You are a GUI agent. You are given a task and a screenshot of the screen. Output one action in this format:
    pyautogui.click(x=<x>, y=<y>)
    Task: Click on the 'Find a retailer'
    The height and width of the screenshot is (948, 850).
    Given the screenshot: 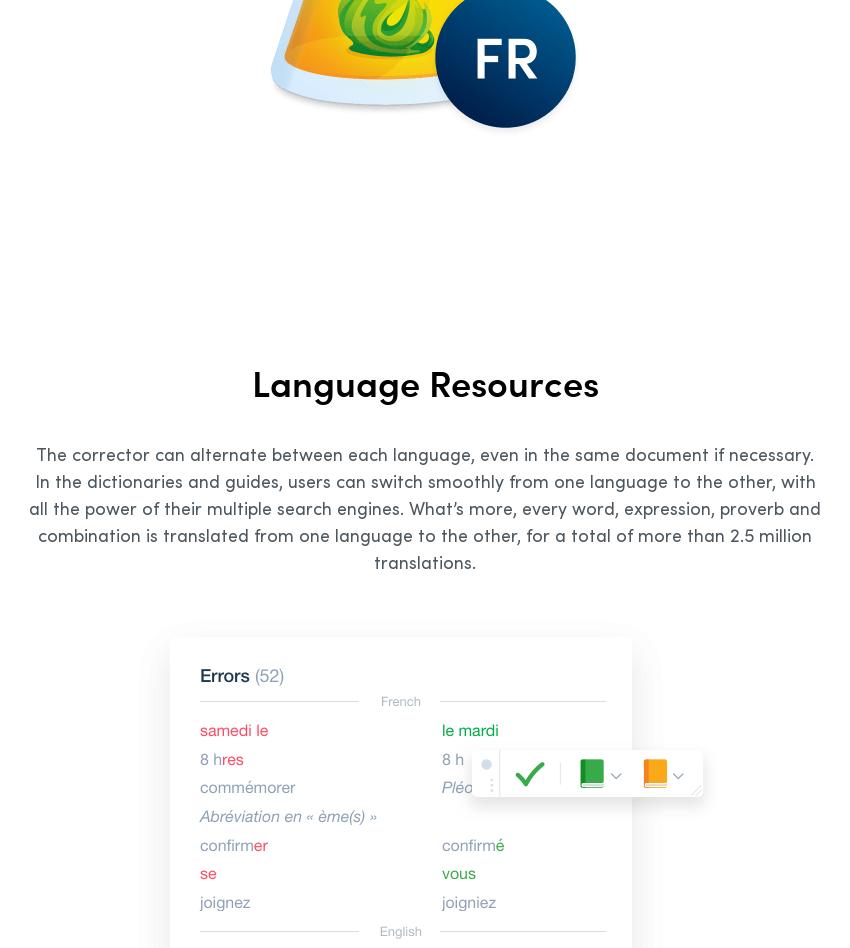 What is the action you would take?
    pyautogui.click(x=532, y=586)
    